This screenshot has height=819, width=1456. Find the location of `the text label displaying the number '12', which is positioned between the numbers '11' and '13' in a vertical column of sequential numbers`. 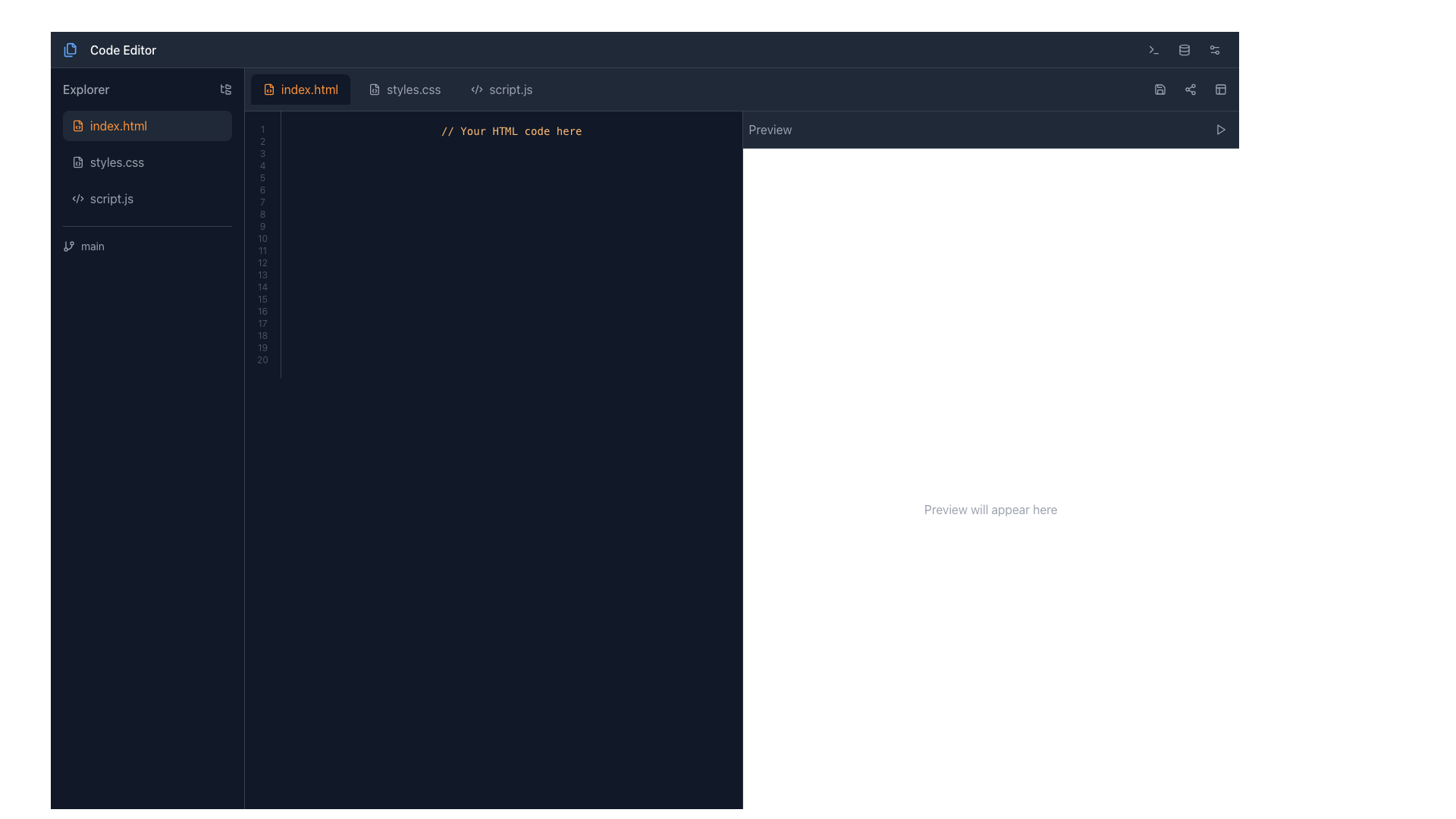

the text label displaying the number '12', which is positioned between the numbers '11' and '13' in a vertical column of sequential numbers is located at coordinates (262, 262).